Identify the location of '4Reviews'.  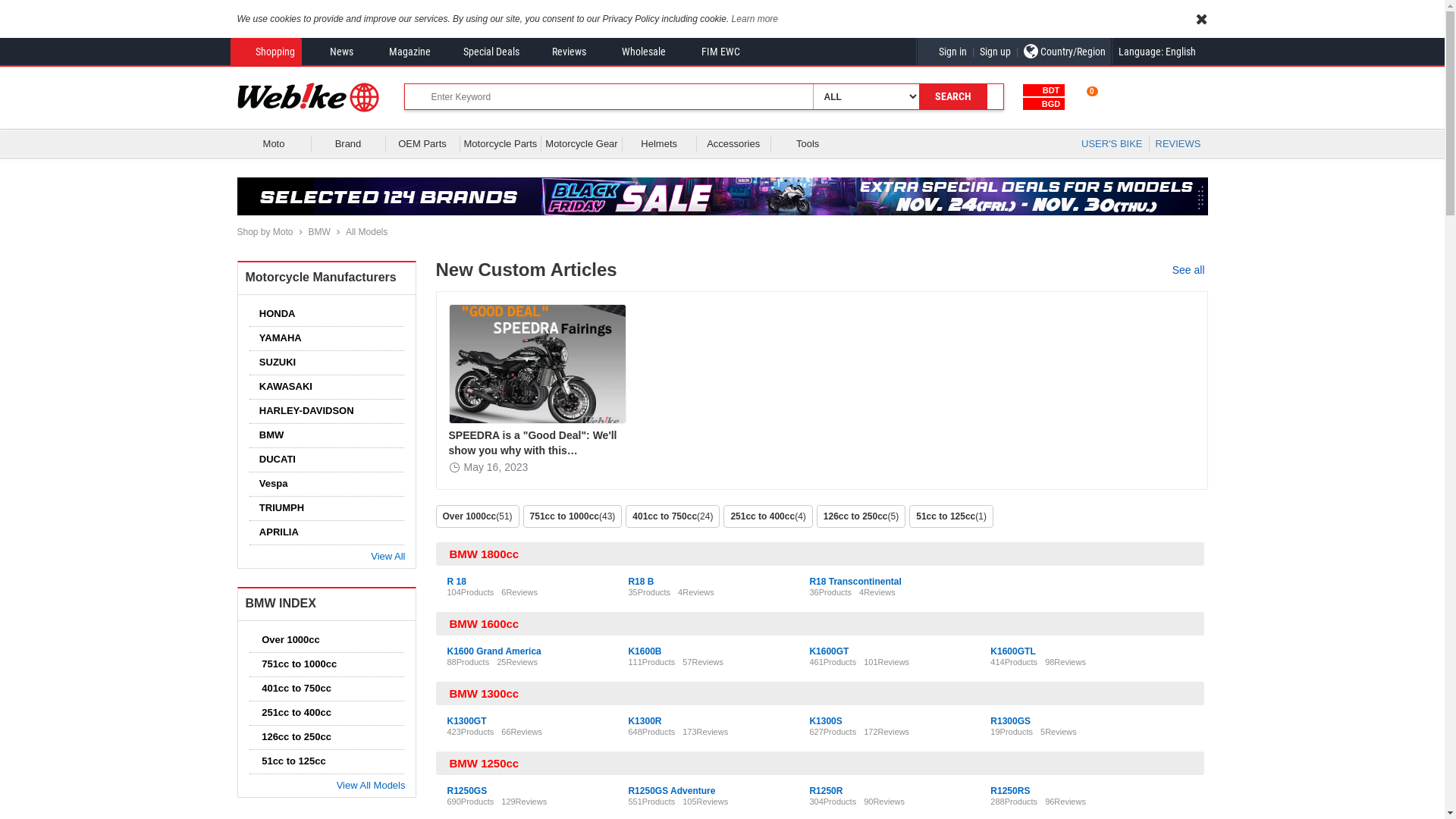
(676, 591).